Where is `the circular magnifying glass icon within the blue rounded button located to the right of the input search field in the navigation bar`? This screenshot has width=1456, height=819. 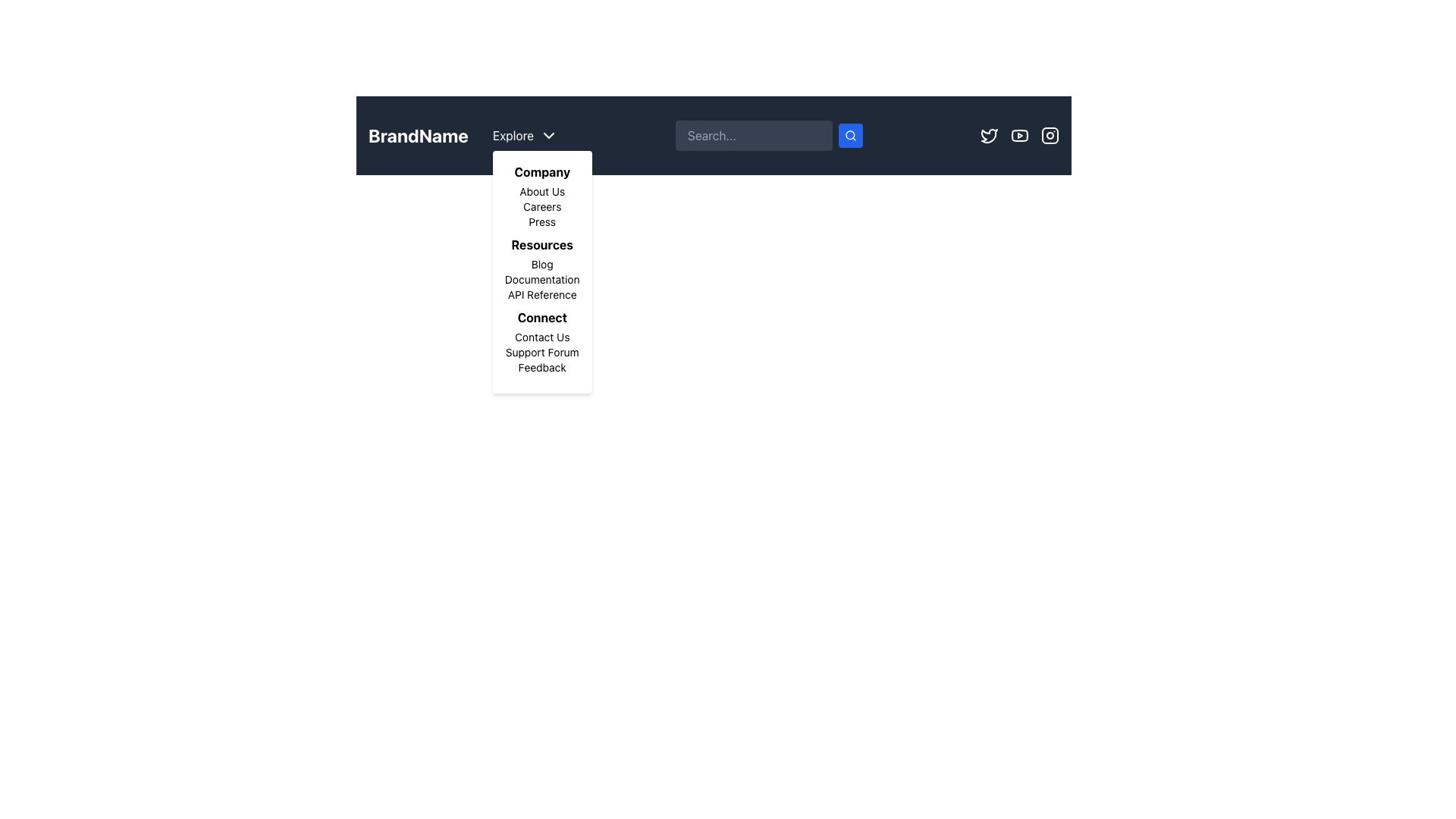
the circular magnifying glass icon within the blue rounded button located to the right of the input search field in the navigation bar is located at coordinates (850, 134).